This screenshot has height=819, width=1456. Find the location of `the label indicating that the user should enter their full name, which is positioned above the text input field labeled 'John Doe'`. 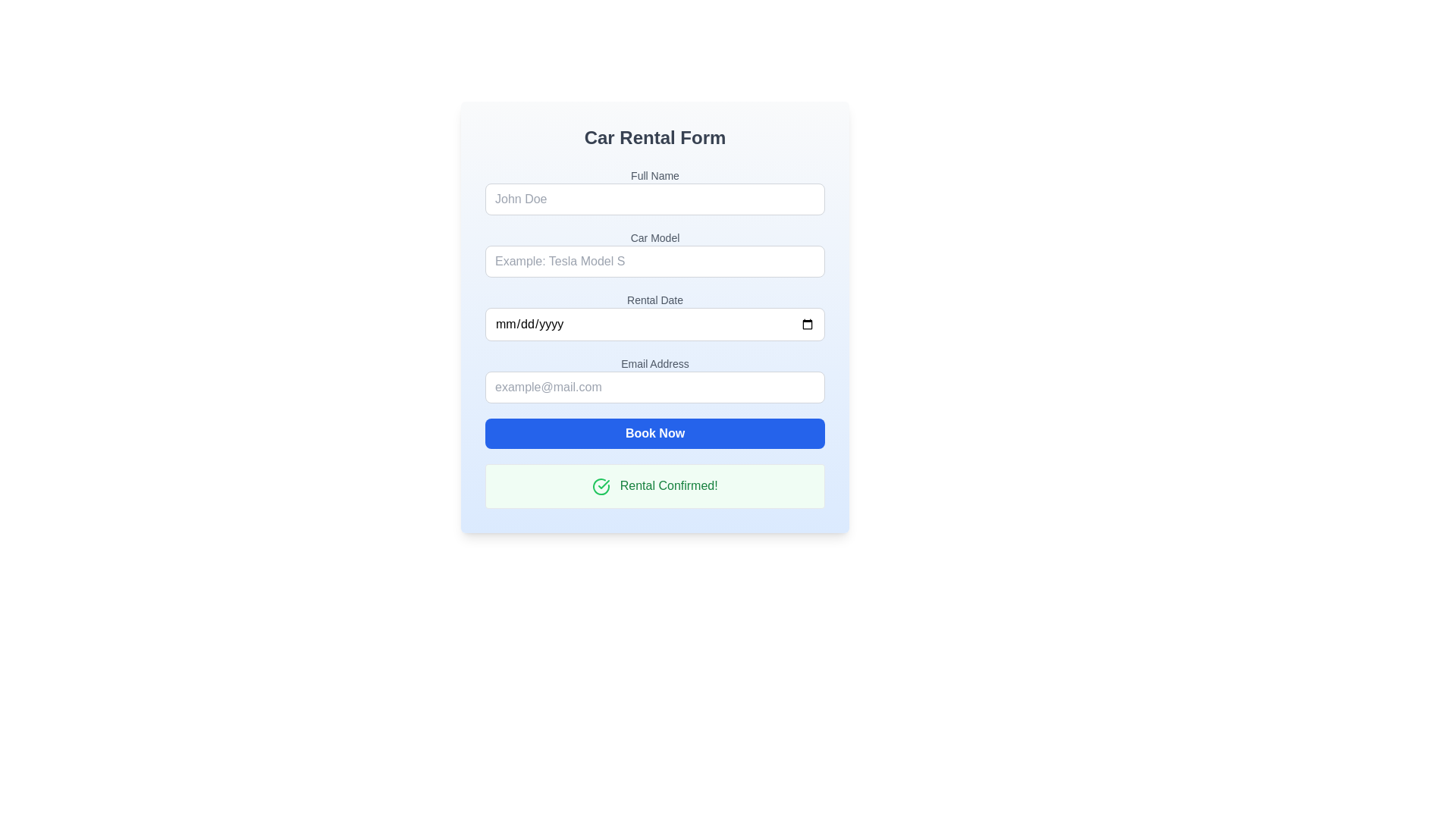

the label indicating that the user should enter their full name, which is positioned above the text input field labeled 'John Doe' is located at coordinates (655, 174).